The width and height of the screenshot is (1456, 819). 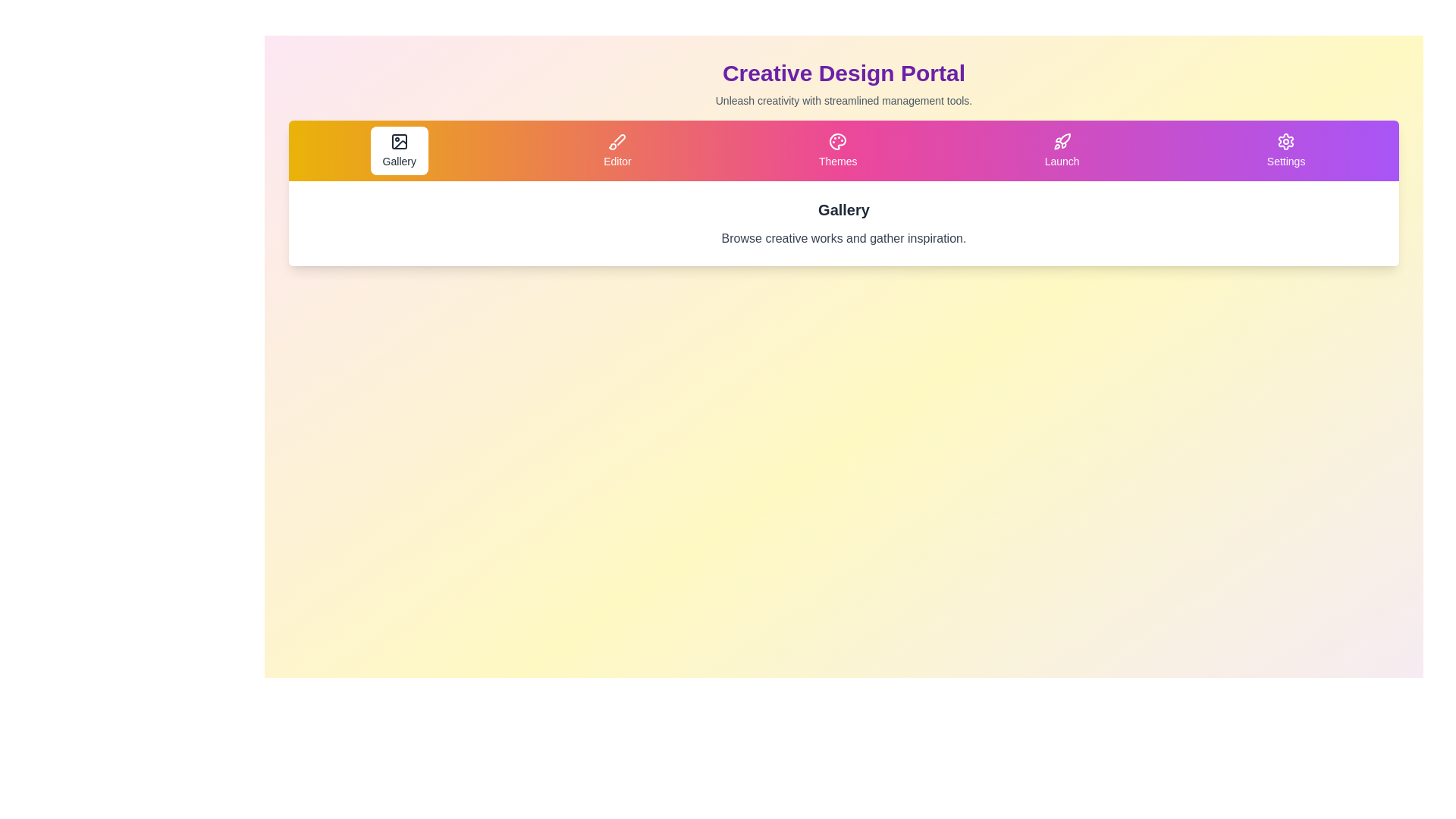 What do you see at coordinates (1285, 141) in the screenshot?
I see `the 'Settings' gear icon located at the far right of the navigation bar` at bounding box center [1285, 141].